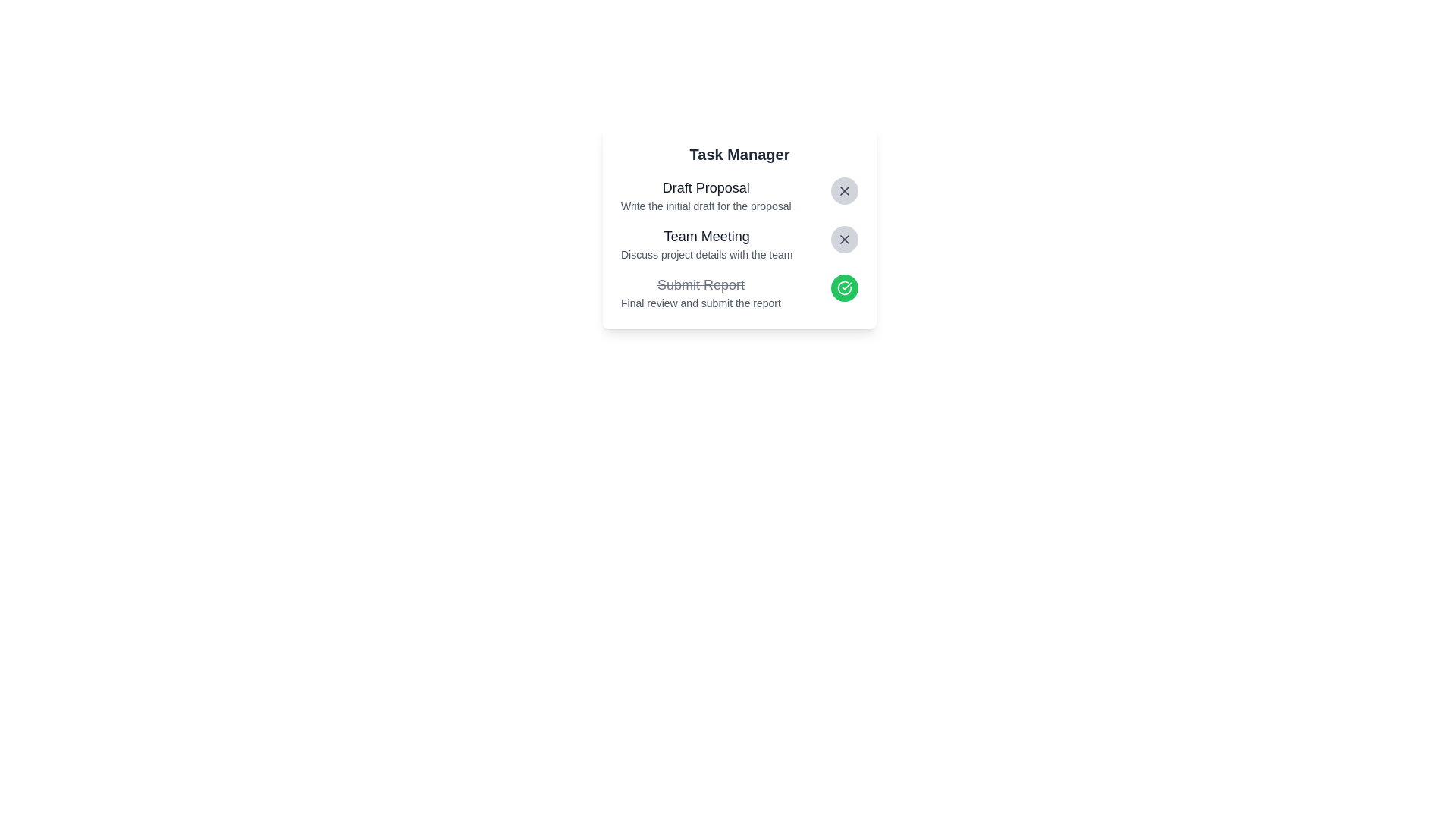 The image size is (1456, 819). Describe the element at coordinates (706, 237) in the screenshot. I see `text from the Text Label that displays 'Team Meeting', which is a prominent header in bold and larger font, located centrally within the task description card` at that location.